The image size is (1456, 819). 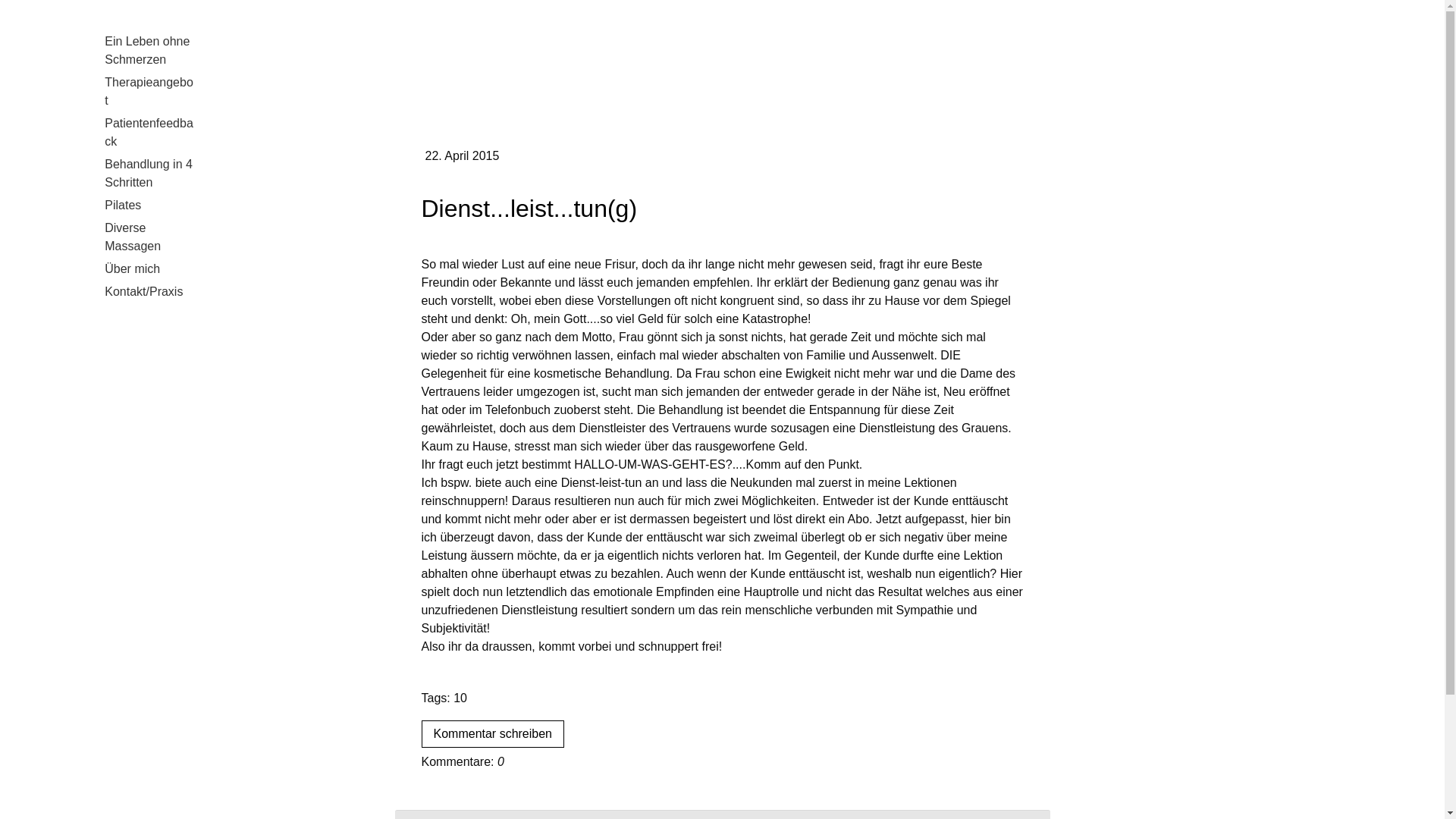 I want to click on 'Therapieangebot', so click(x=148, y=91).